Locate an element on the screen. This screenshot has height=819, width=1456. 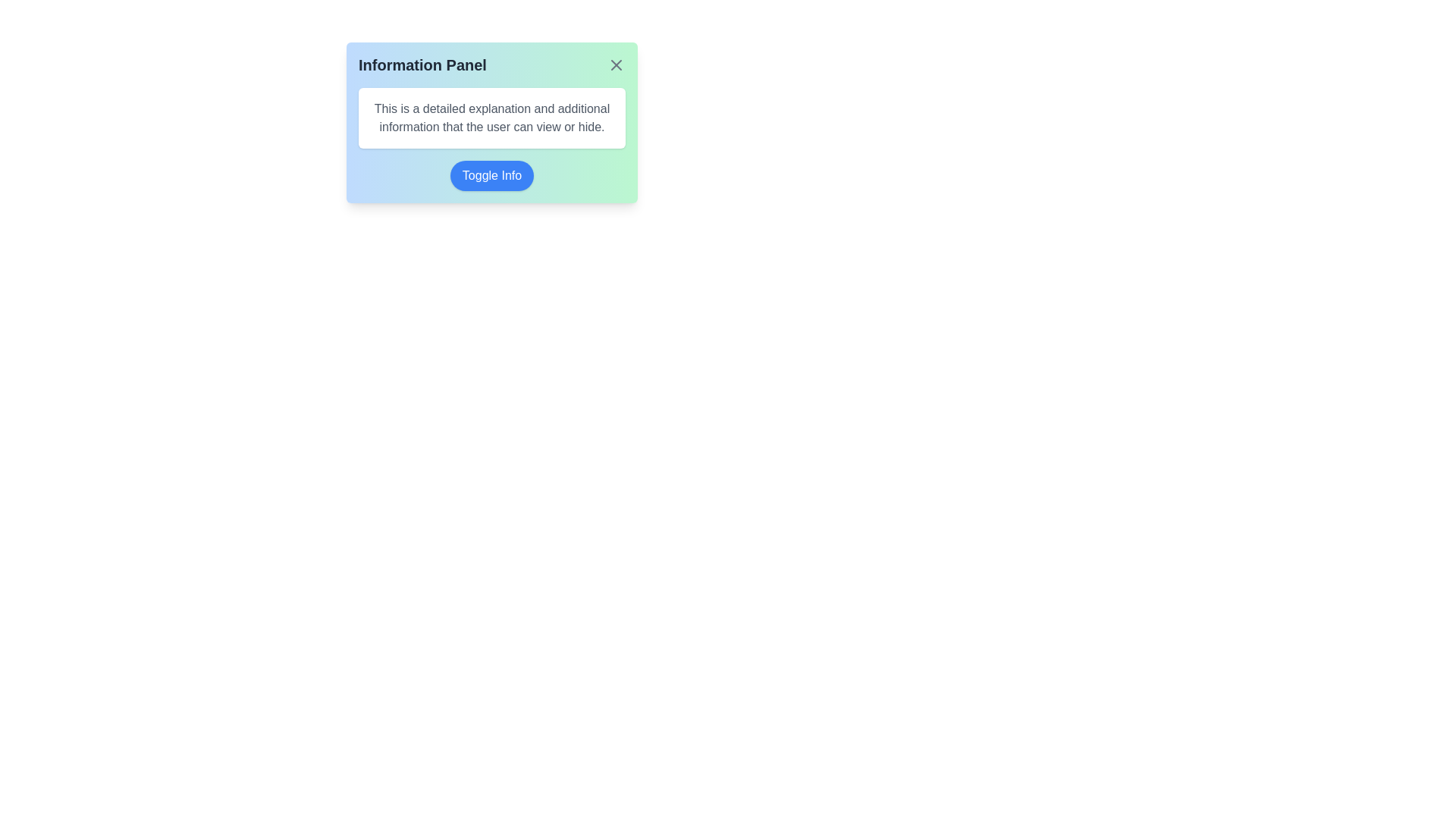
the Close button icon located in the top-right corner of the 'Information Panel' modal is located at coordinates (616, 64).